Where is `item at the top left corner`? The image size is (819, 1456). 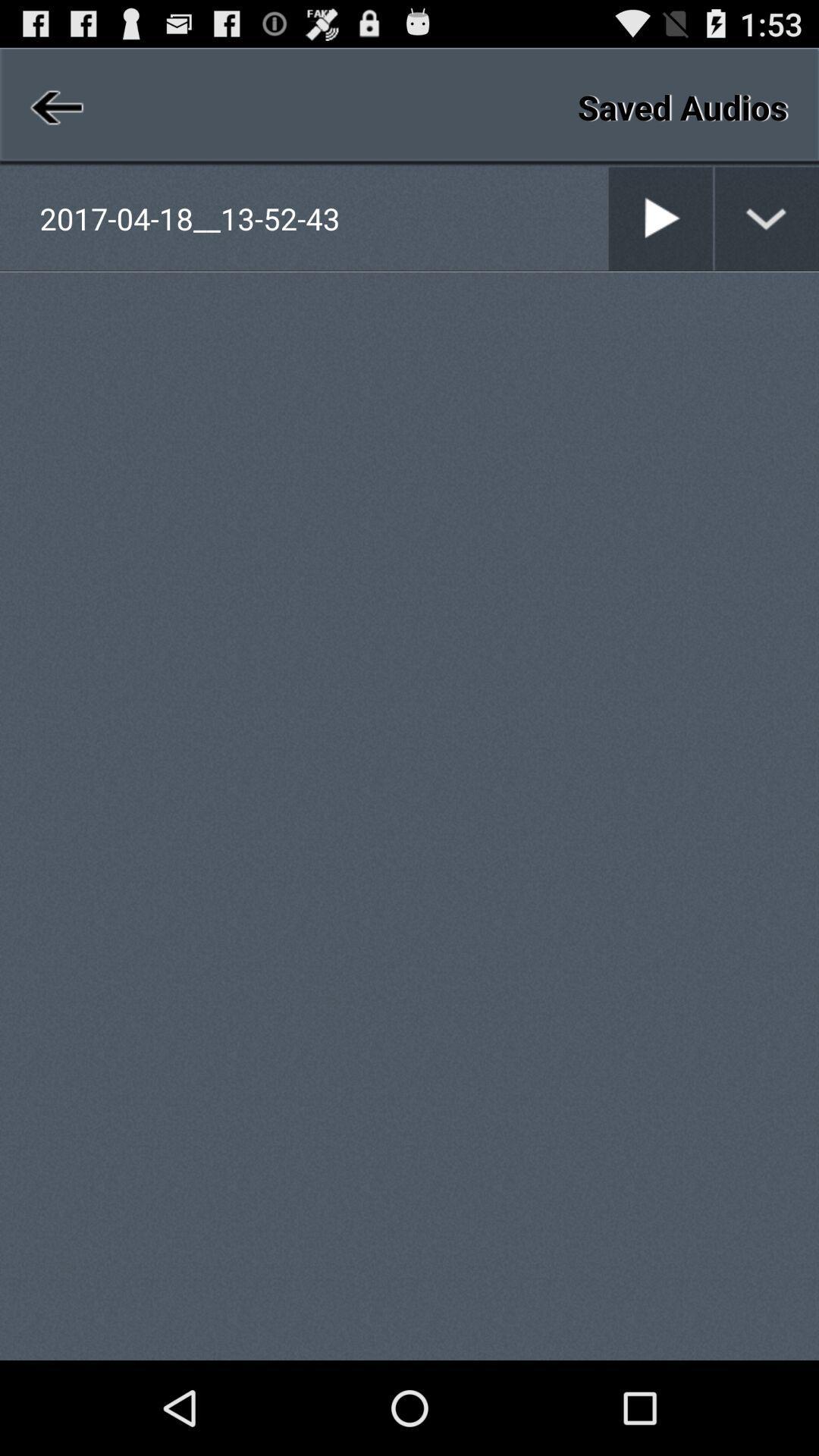 item at the top left corner is located at coordinates (54, 106).